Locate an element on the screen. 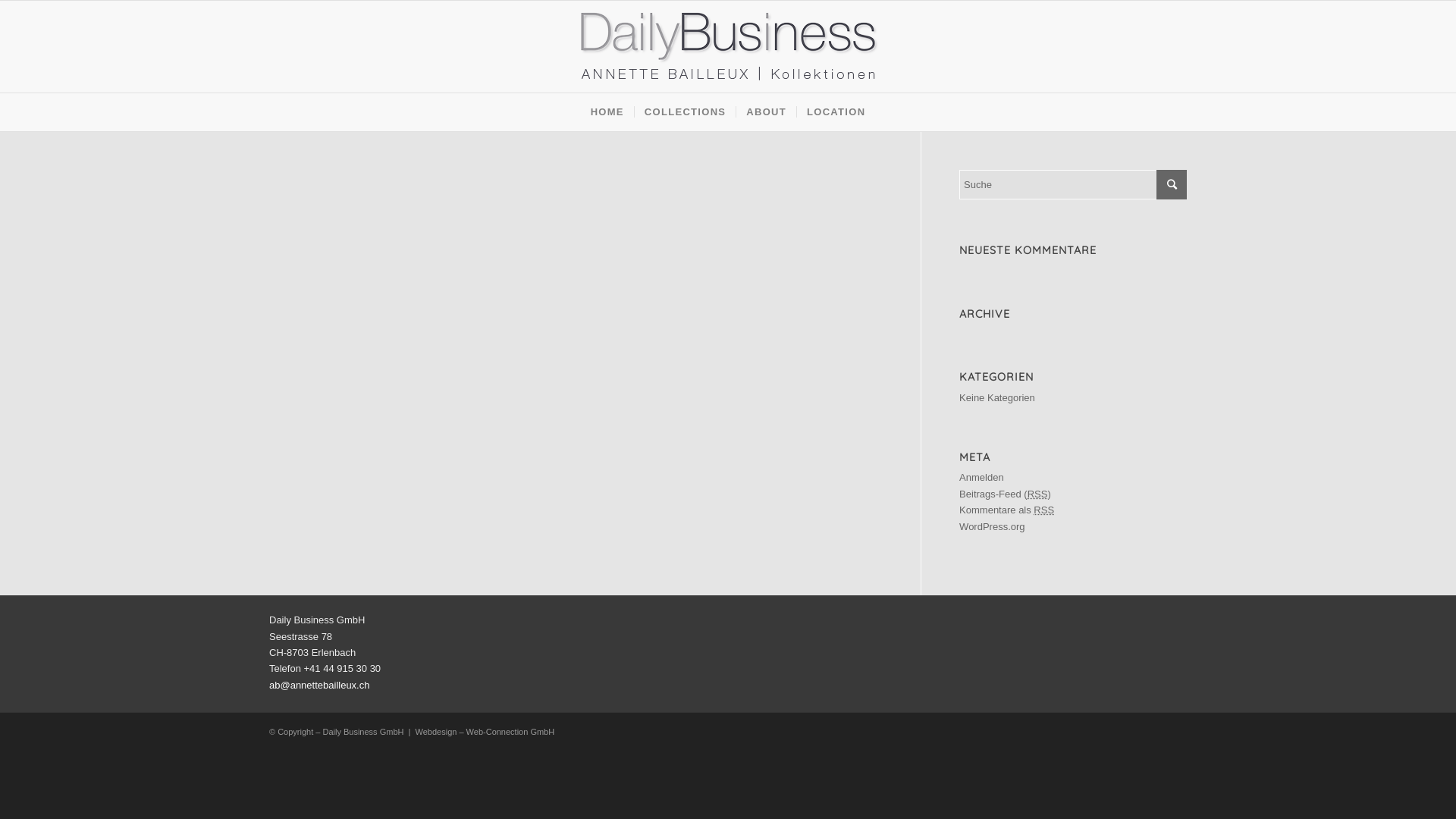 This screenshot has height=819, width=1456. 'Anmelden' is located at coordinates (959, 476).